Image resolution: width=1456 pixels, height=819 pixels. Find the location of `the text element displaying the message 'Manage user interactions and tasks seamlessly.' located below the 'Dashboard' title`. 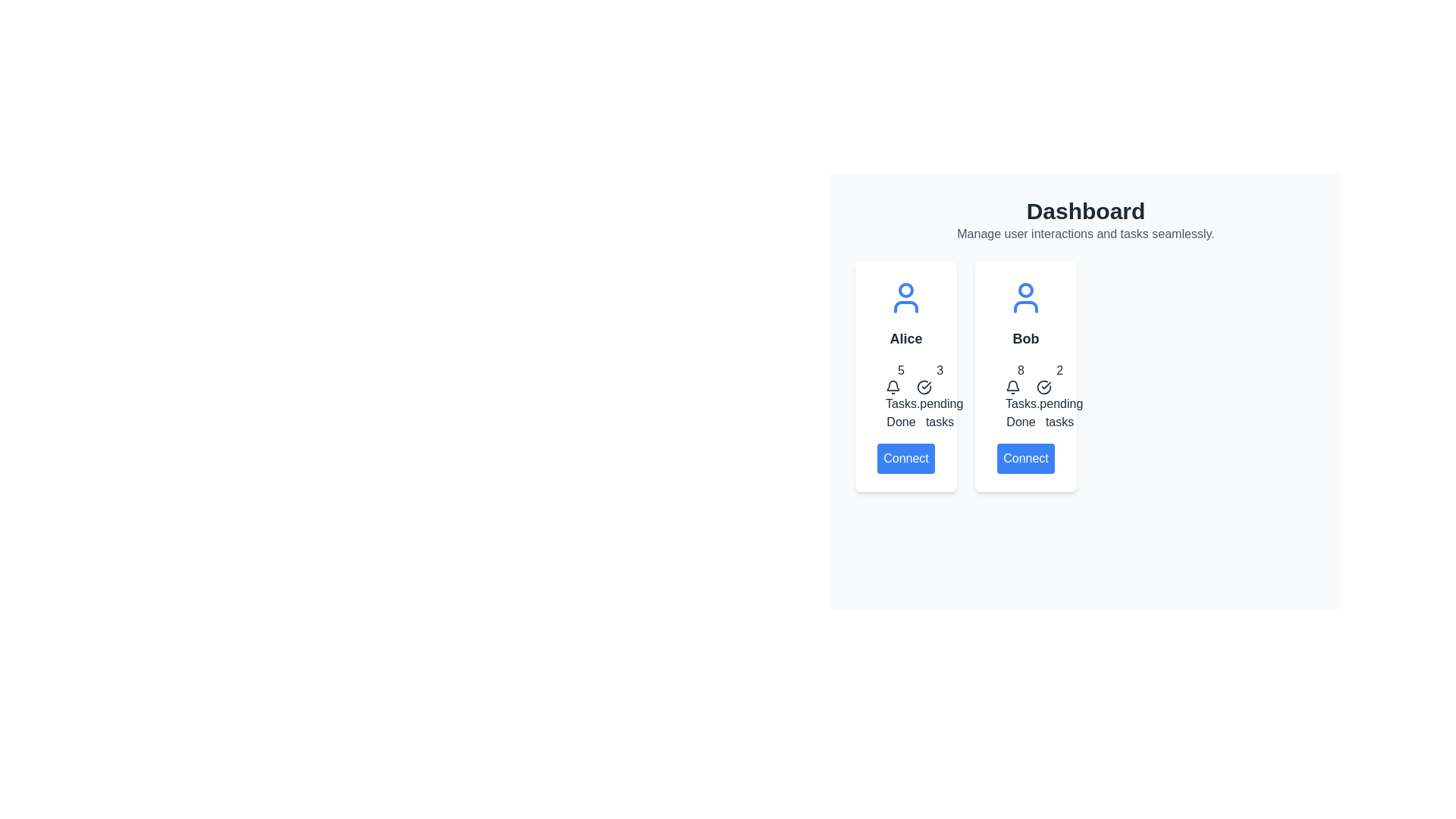

the text element displaying the message 'Manage user interactions and tasks seamlessly.' located below the 'Dashboard' title is located at coordinates (1084, 234).